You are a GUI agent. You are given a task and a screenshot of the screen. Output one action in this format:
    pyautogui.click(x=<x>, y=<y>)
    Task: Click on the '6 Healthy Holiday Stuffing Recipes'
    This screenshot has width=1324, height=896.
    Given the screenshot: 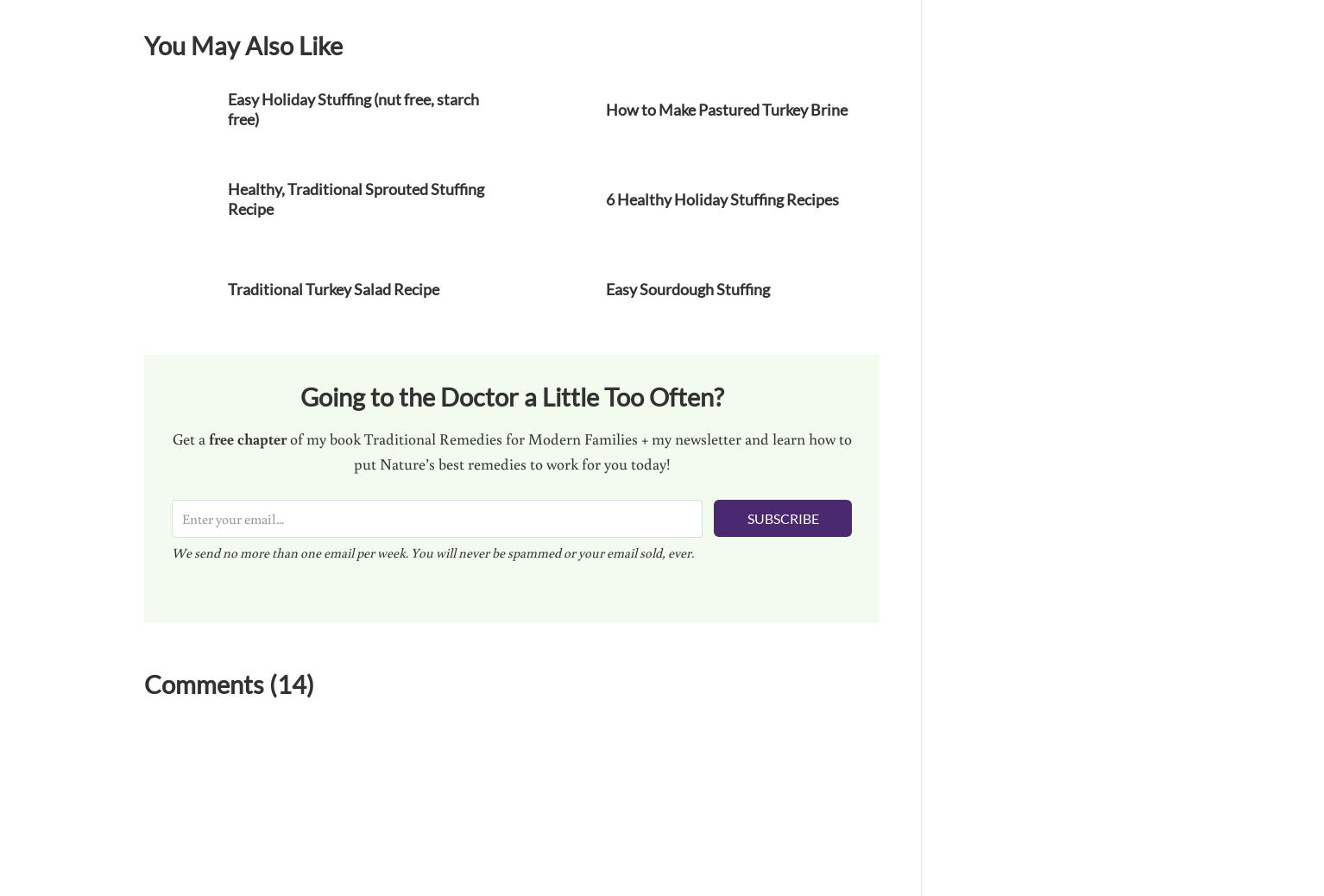 What is the action you would take?
    pyautogui.click(x=722, y=198)
    